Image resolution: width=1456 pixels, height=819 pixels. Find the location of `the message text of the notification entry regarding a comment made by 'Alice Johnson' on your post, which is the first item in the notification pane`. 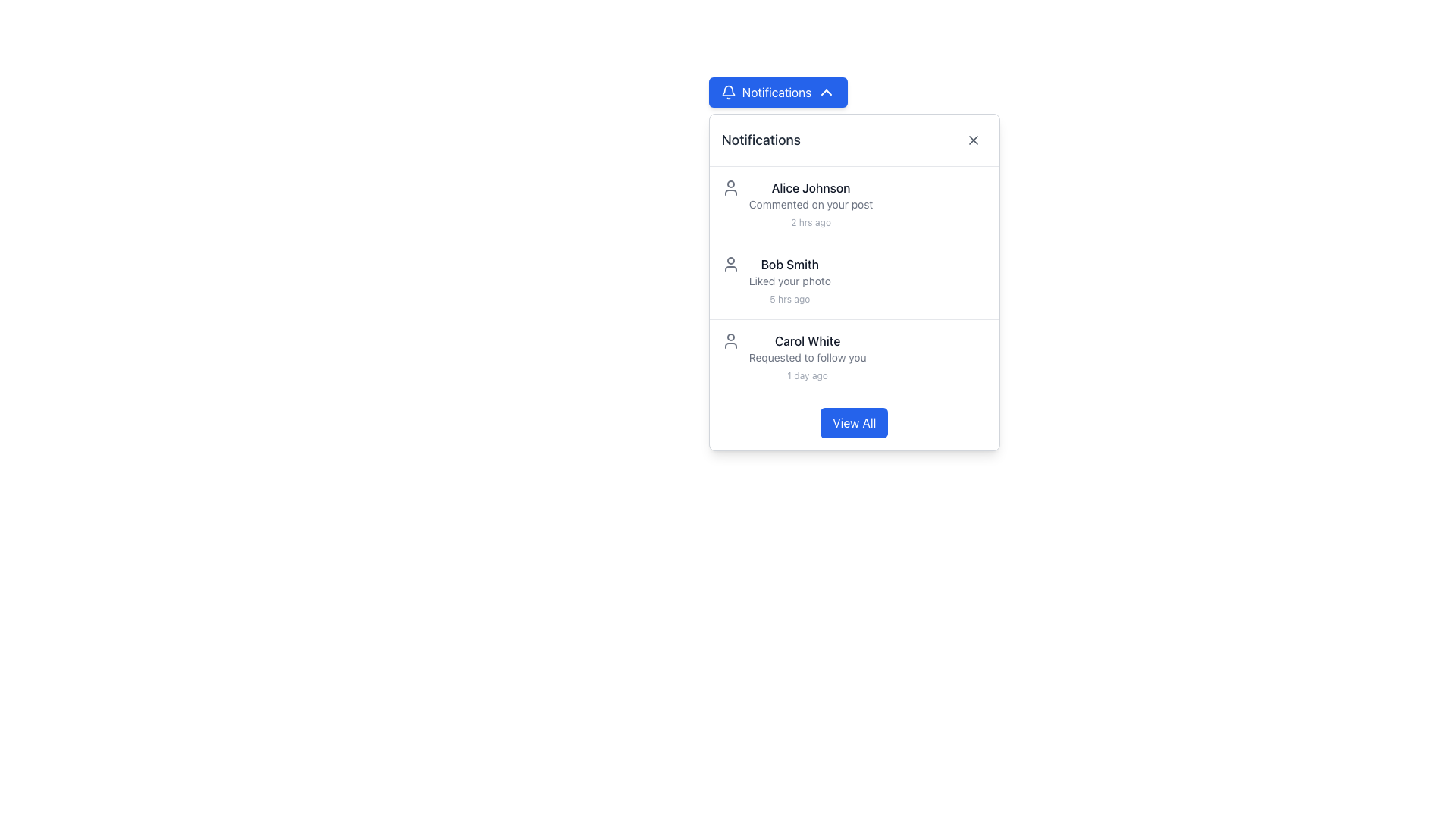

the message text of the notification entry regarding a comment made by 'Alice Johnson' on your post, which is the first item in the notification pane is located at coordinates (810, 205).